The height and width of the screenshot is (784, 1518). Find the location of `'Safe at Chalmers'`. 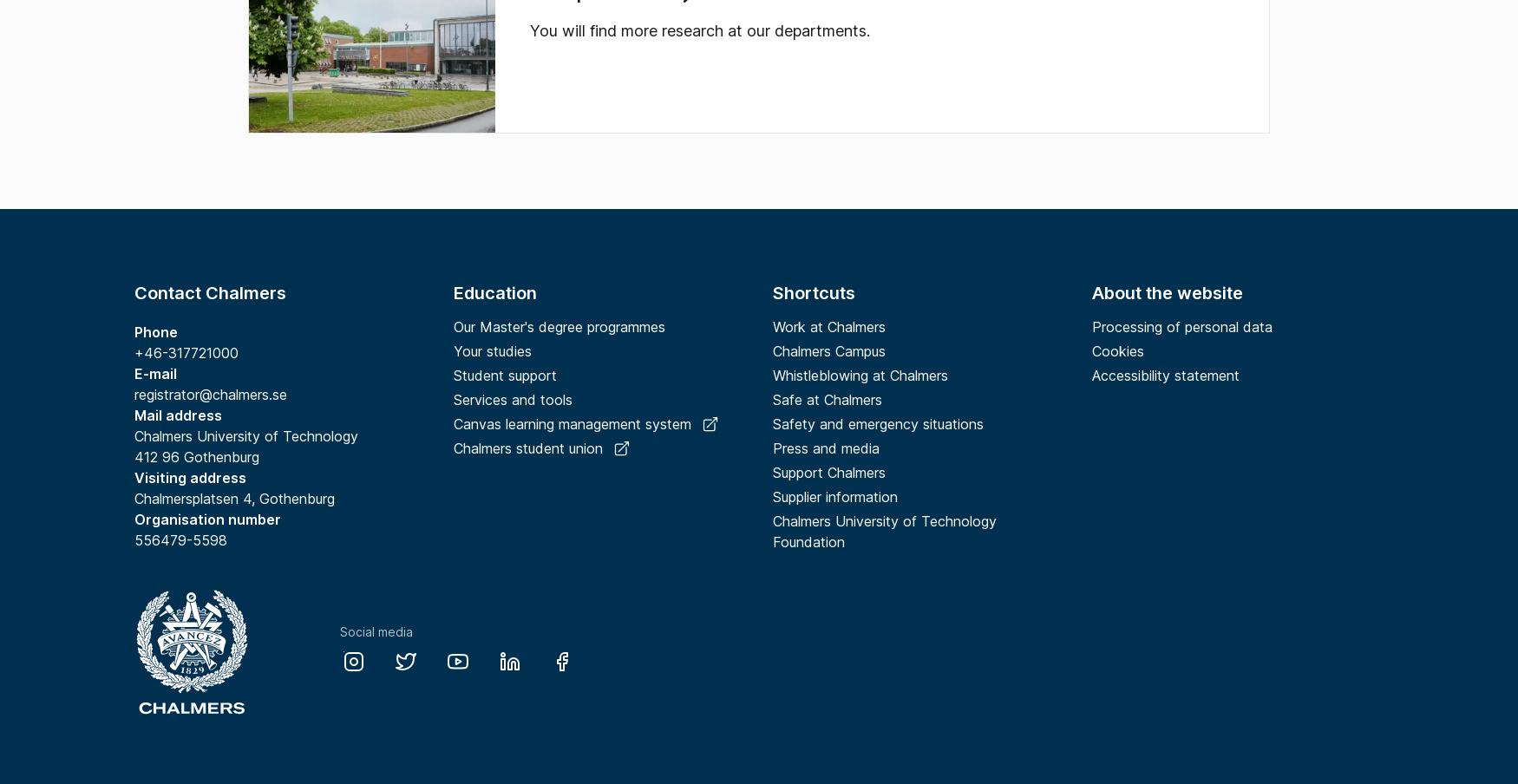

'Safe at Chalmers' is located at coordinates (827, 399).